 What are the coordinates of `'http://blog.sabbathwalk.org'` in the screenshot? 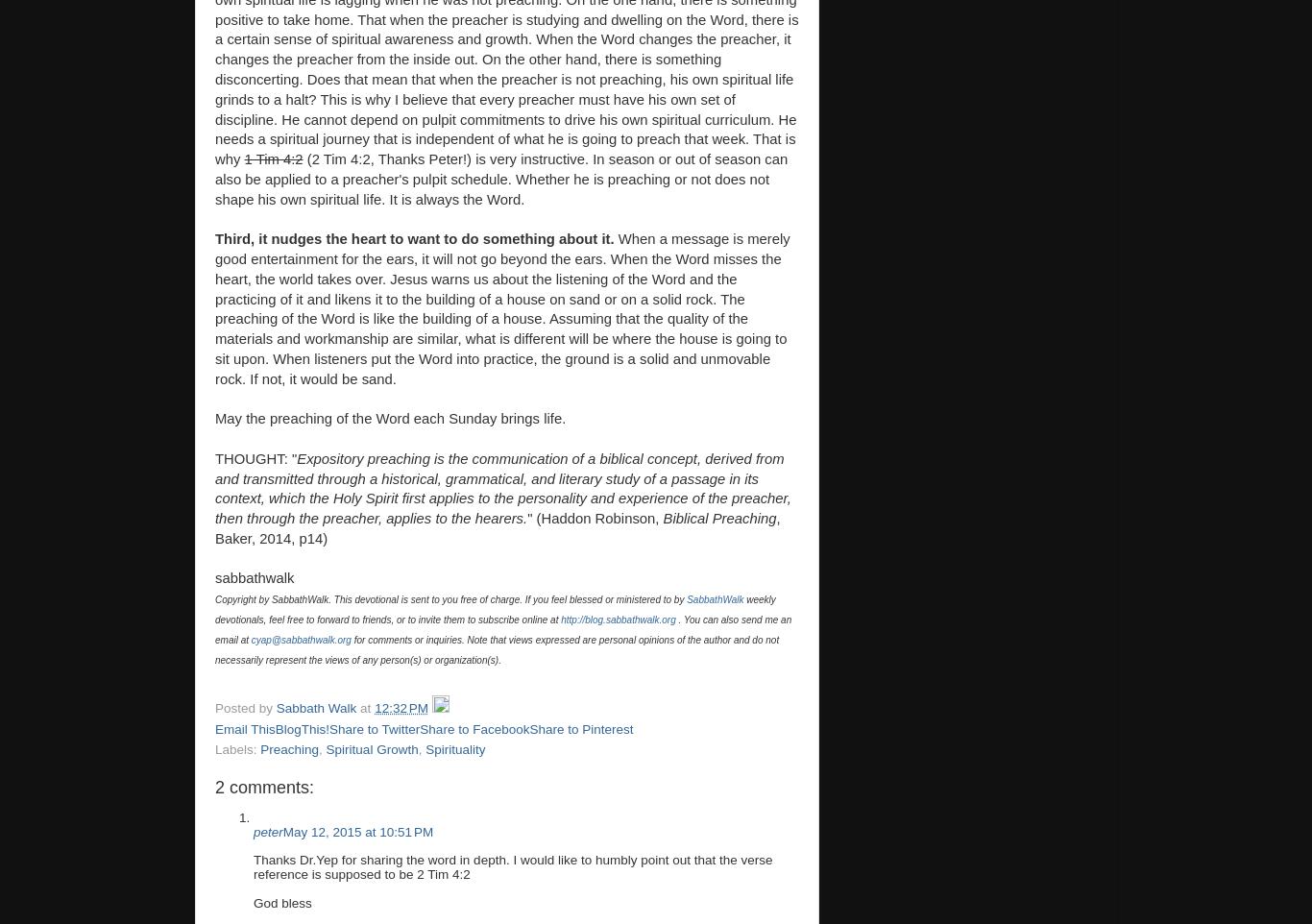 It's located at (559, 620).